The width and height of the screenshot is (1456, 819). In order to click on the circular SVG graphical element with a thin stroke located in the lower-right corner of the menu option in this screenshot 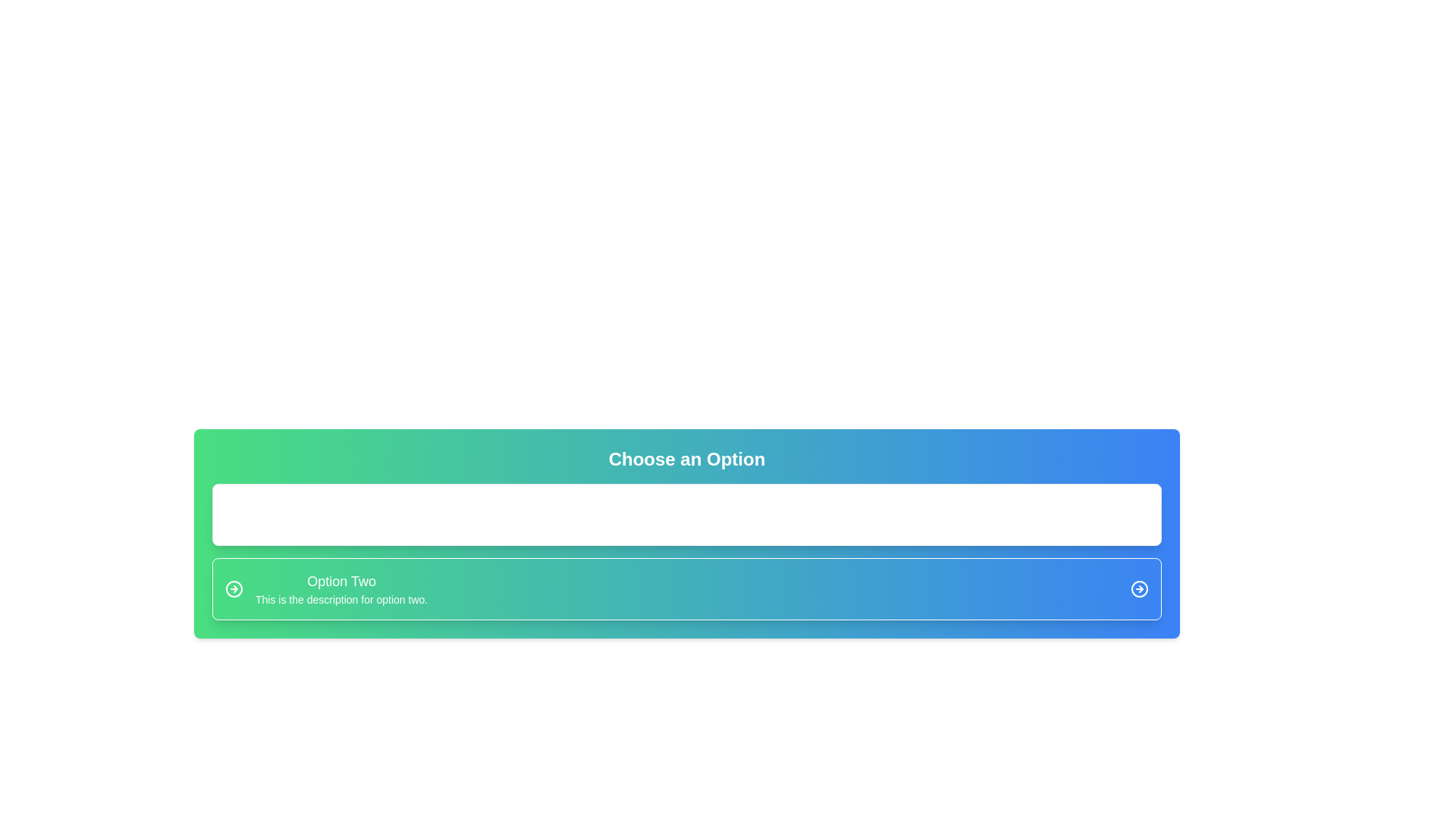, I will do `click(1139, 588)`.